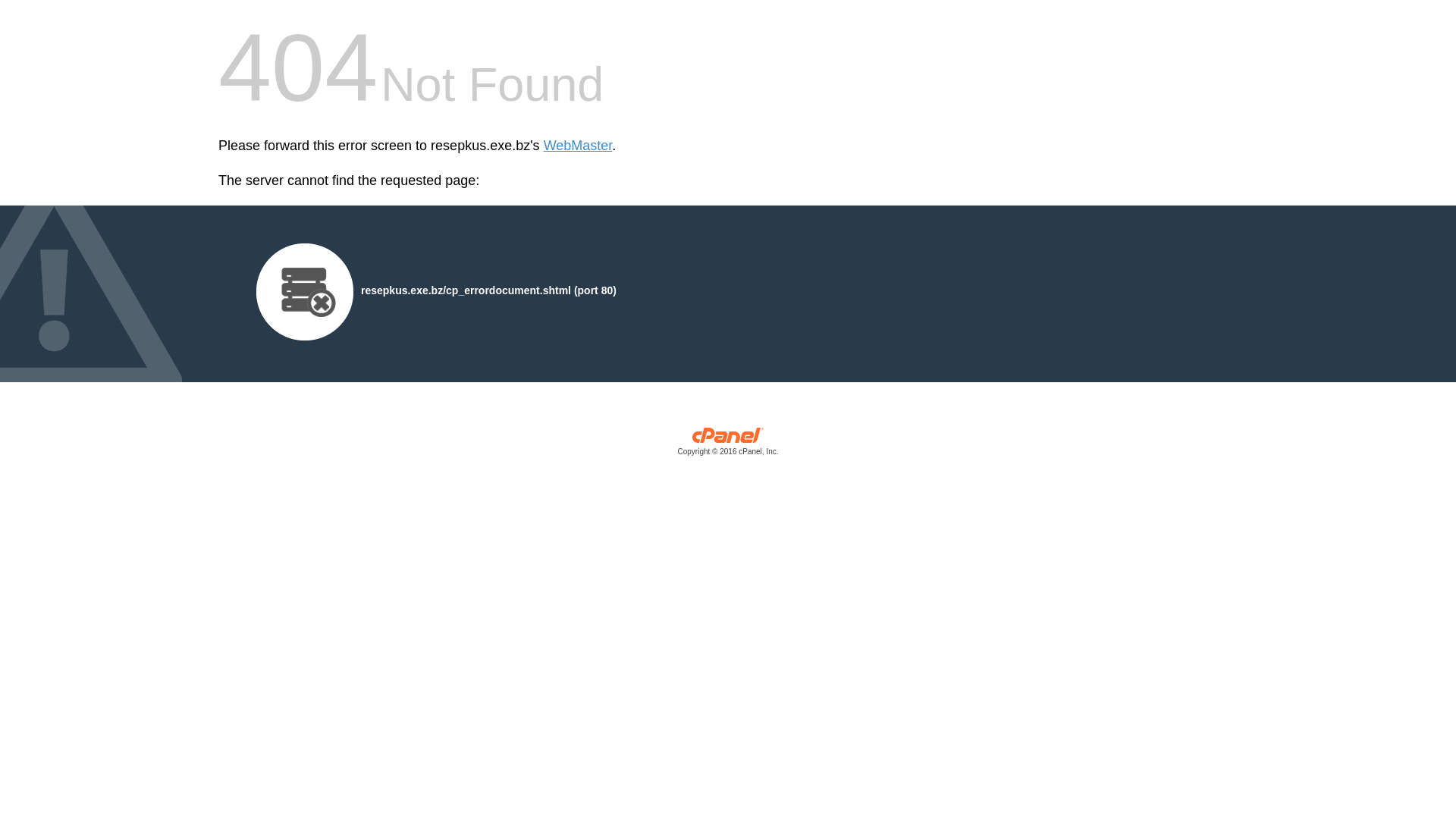 The height and width of the screenshot is (819, 1456). Describe the element at coordinates (543, 146) in the screenshot. I see `'WebMaster'` at that location.